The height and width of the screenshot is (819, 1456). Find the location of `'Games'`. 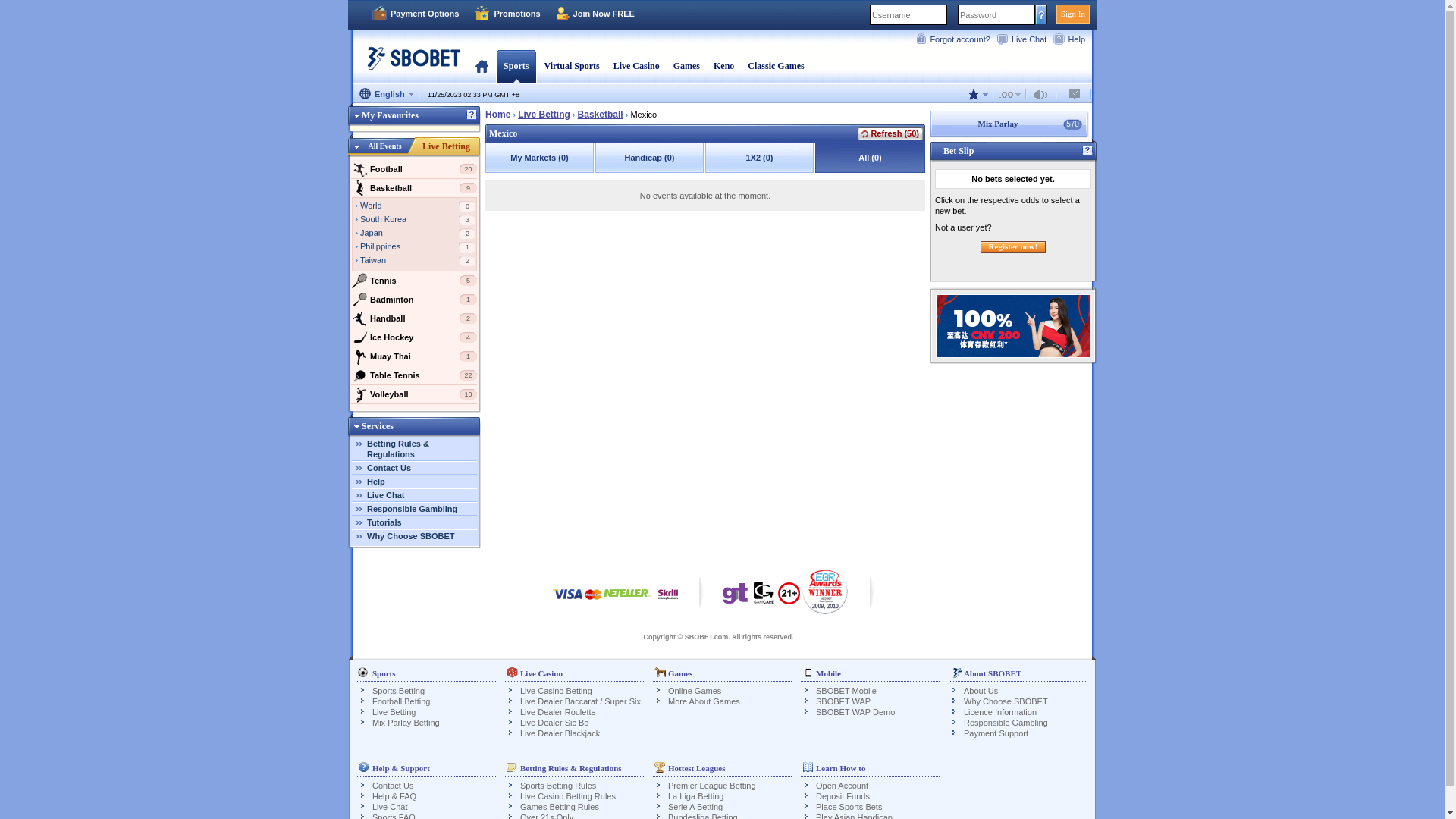

'Games' is located at coordinates (686, 65).